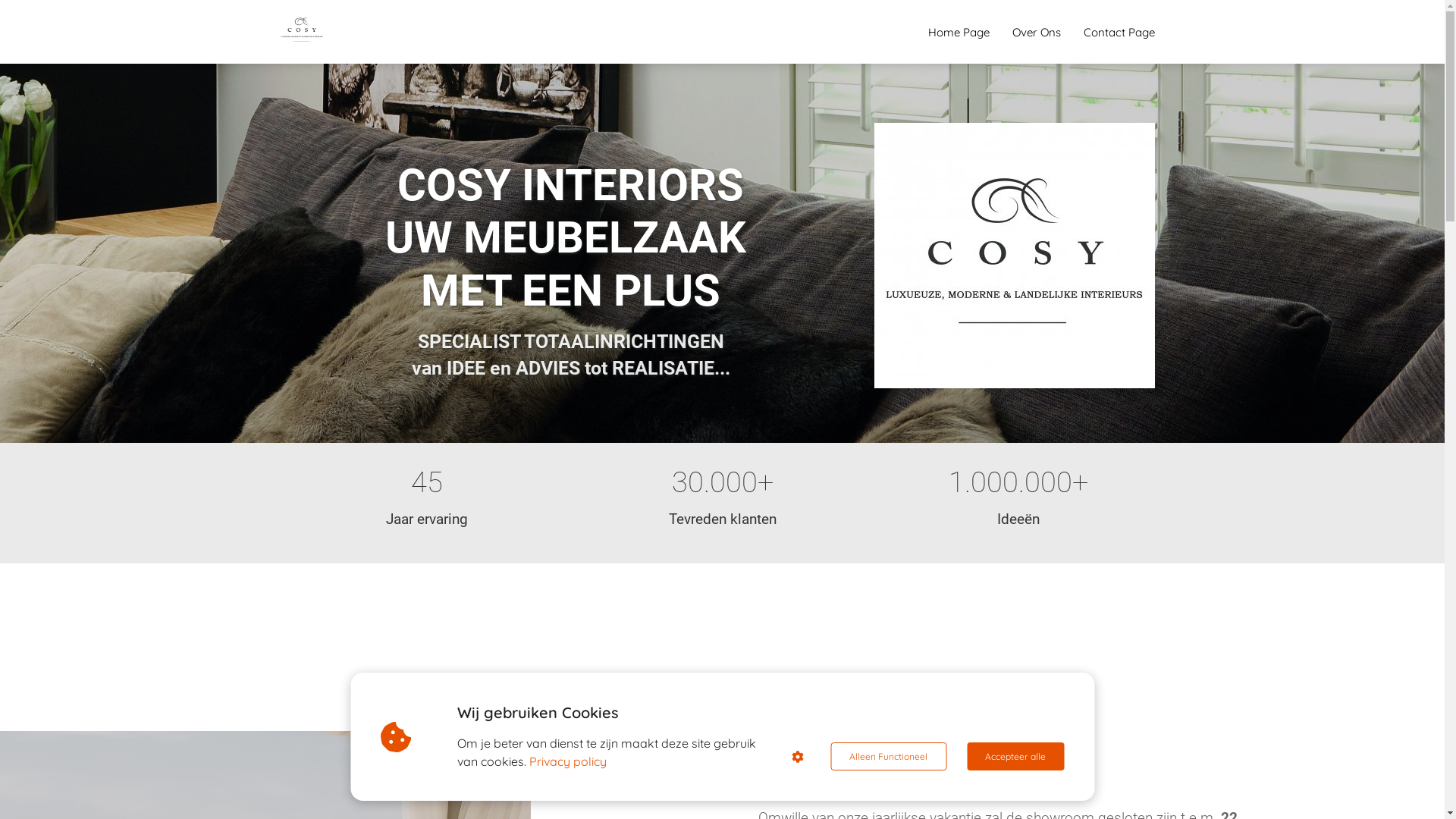 This screenshot has width=1456, height=819. What do you see at coordinates (529, 761) in the screenshot?
I see `'Privacy policy'` at bounding box center [529, 761].